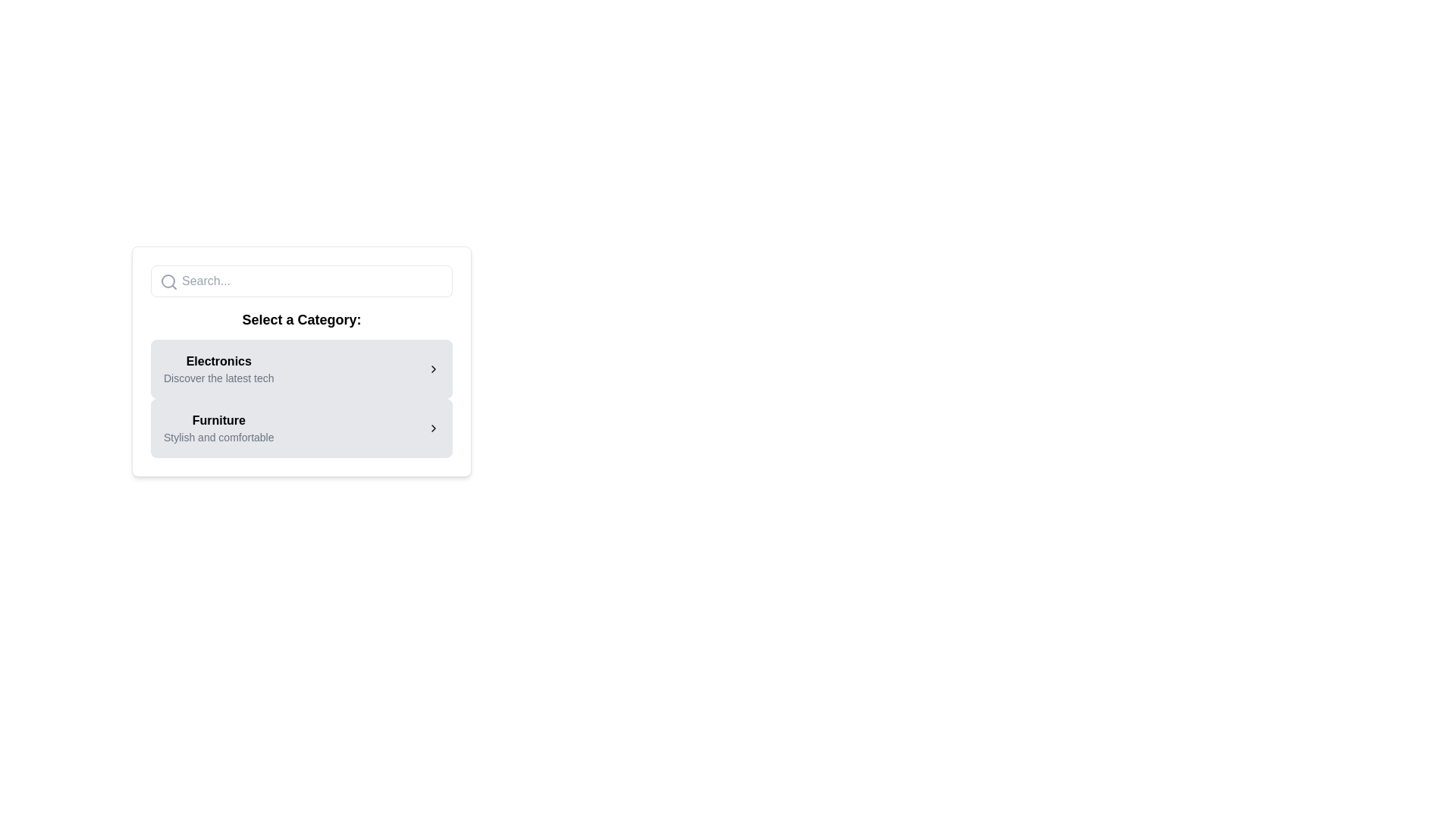 The image size is (1456, 819). What do you see at coordinates (168, 281) in the screenshot?
I see `the circle element of the search icon located within the SVG graphic in the top left of the card layout titled 'Select a Category'` at bounding box center [168, 281].